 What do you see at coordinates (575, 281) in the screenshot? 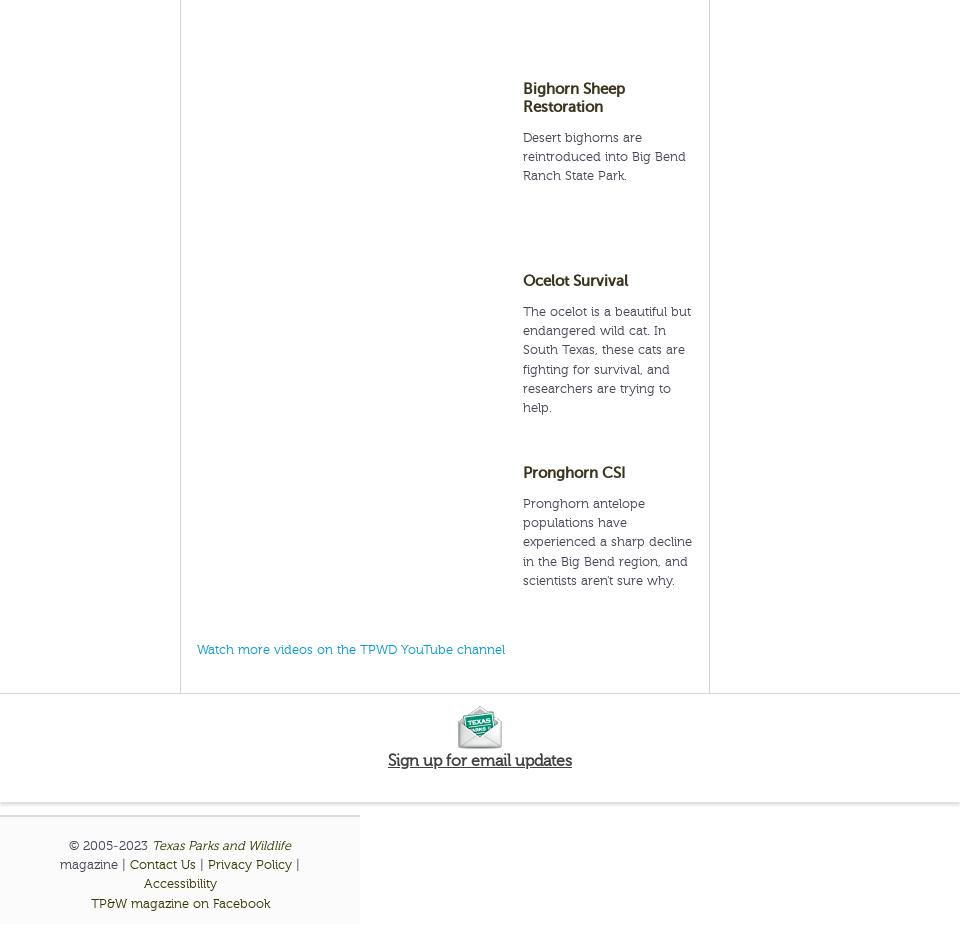
I see `'Ocelot Survival'` at bounding box center [575, 281].